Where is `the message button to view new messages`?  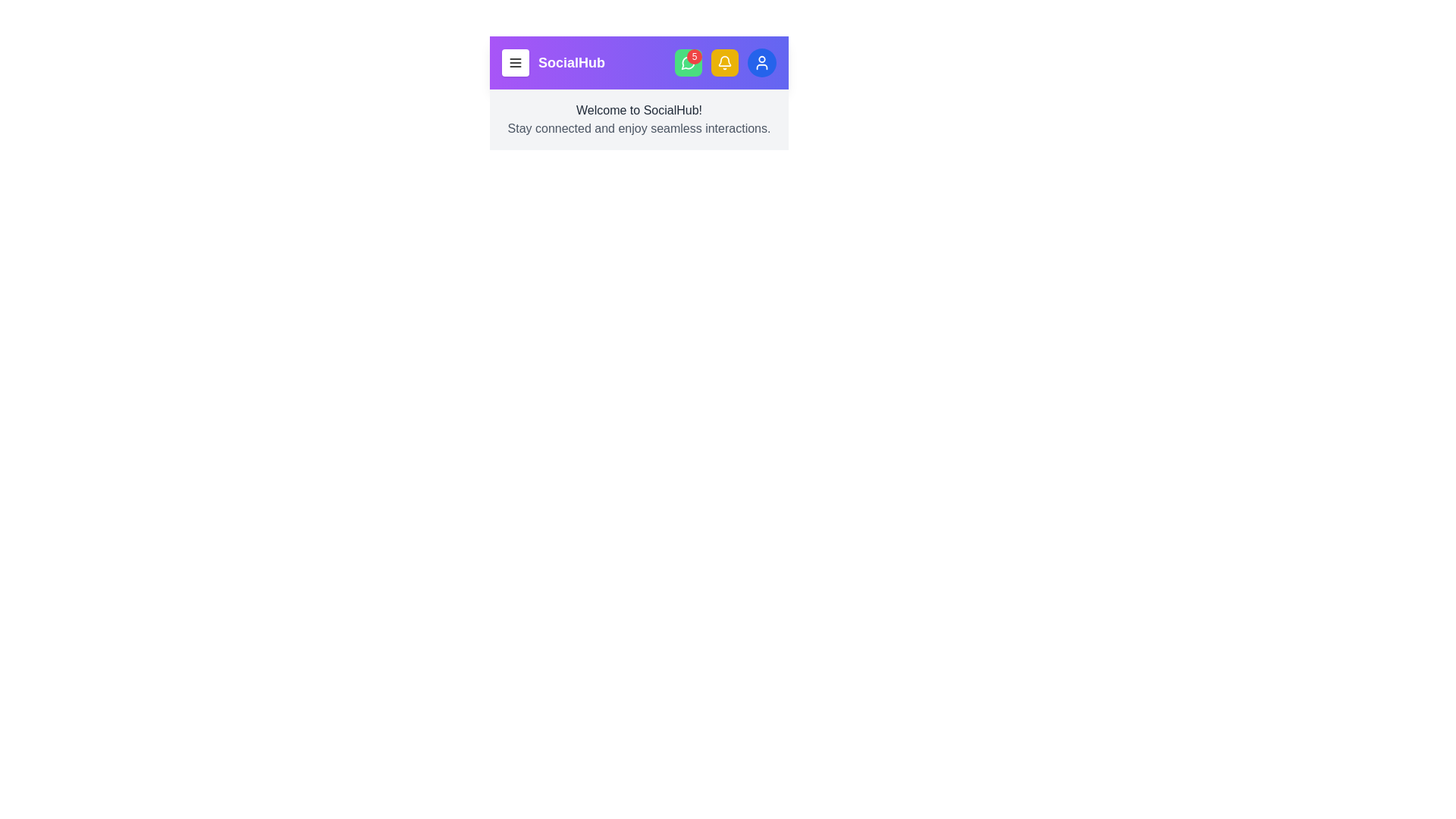
the message button to view new messages is located at coordinates (687, 62).